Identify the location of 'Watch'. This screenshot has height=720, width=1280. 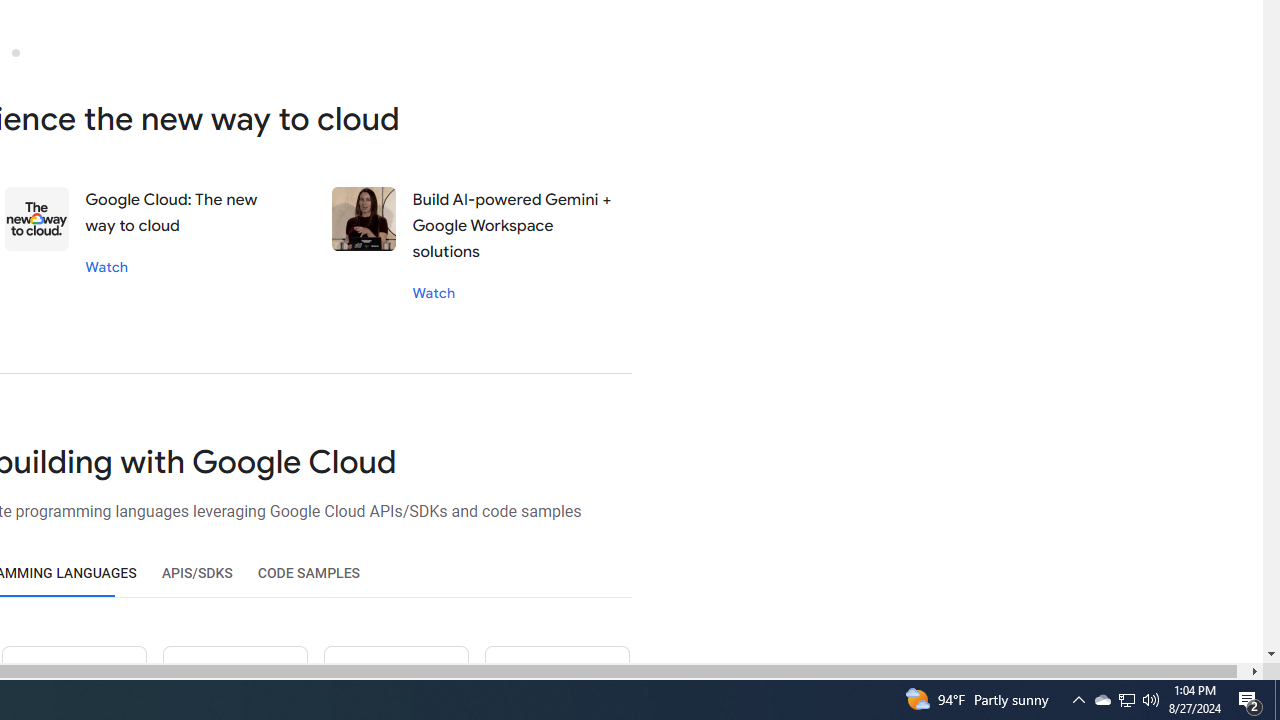
(432, 292).